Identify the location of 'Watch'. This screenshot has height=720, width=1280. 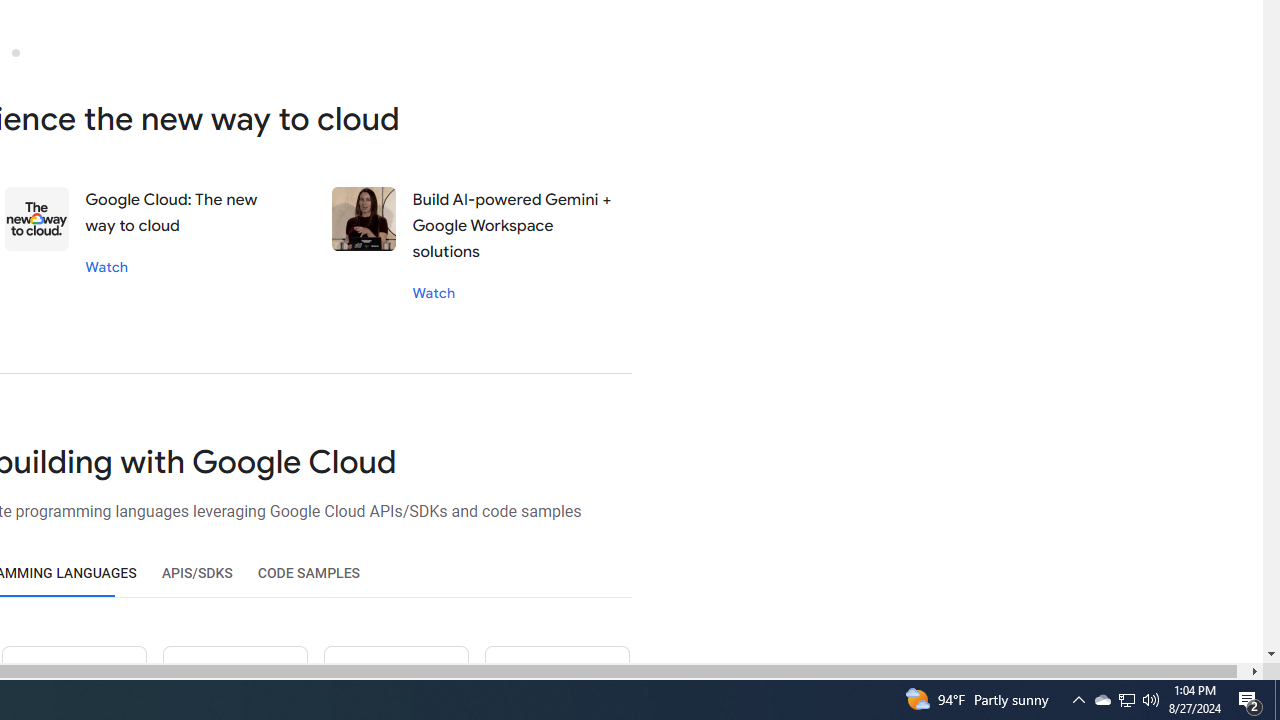
(432, 292).